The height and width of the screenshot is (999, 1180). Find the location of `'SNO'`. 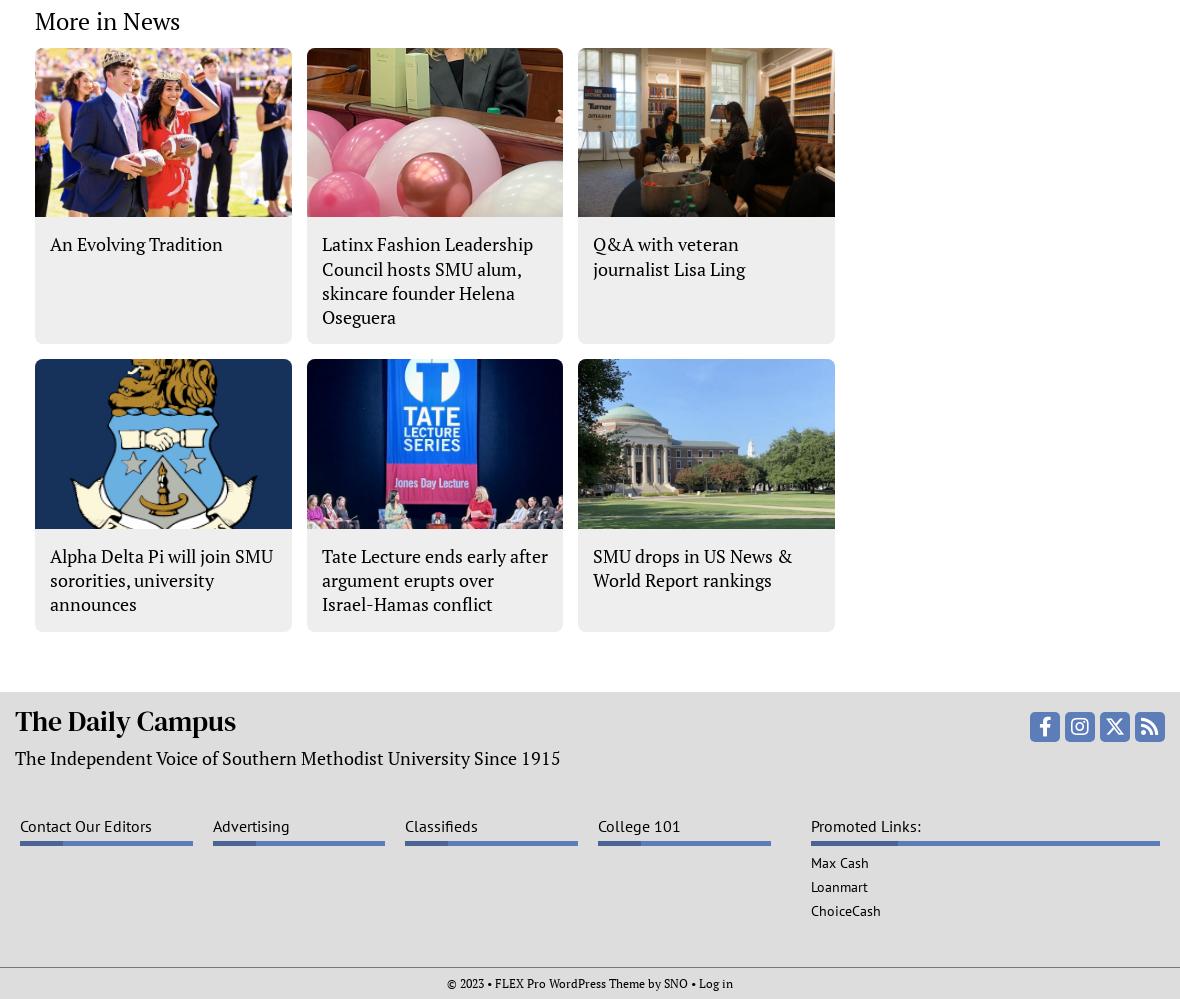

'SNO' is located at coordinates (675, 981).